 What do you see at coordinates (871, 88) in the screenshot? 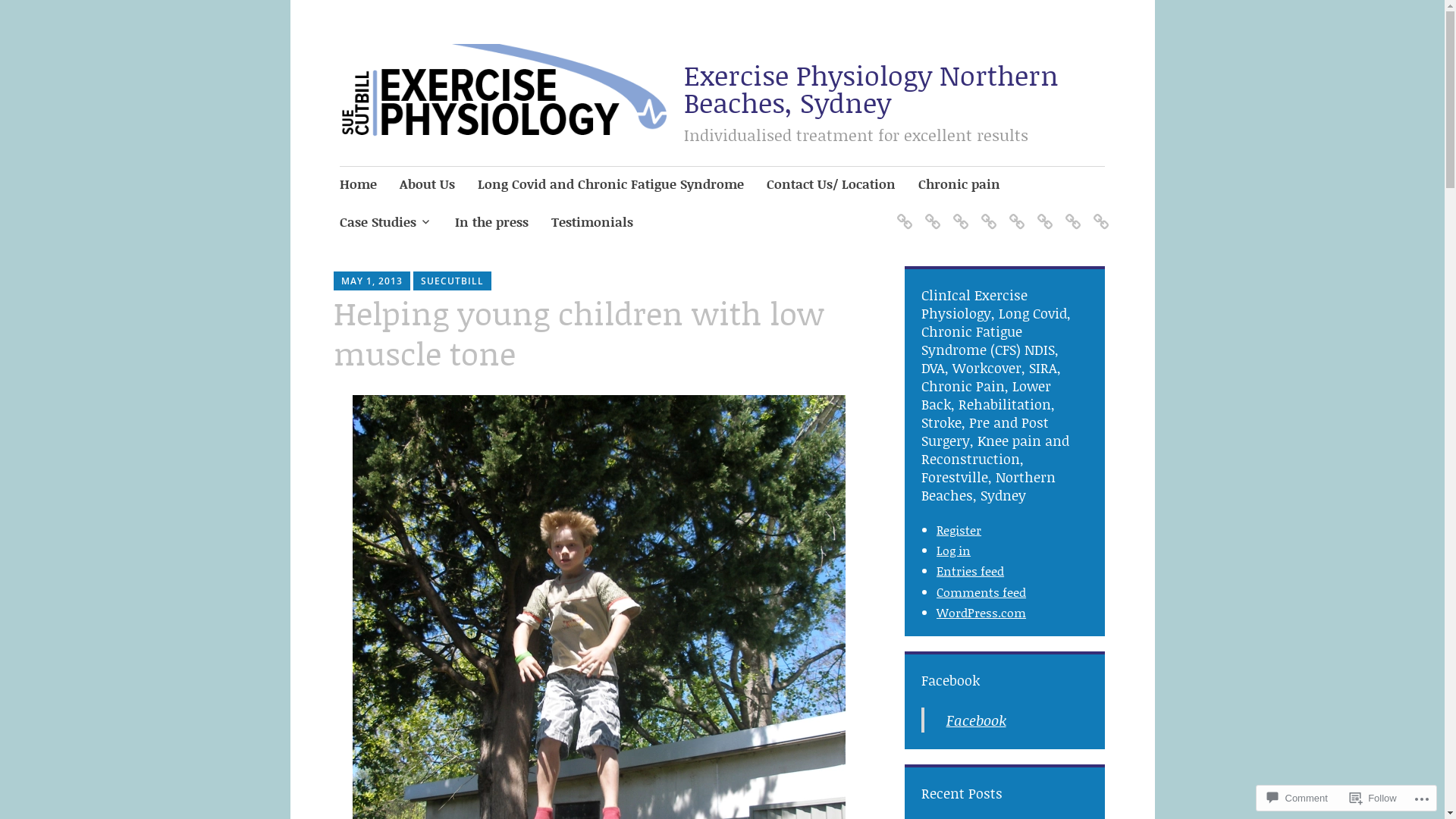
I see `'Exercise Physiology Northern Beaches, Sydney'` at bounding box center [871, 88].